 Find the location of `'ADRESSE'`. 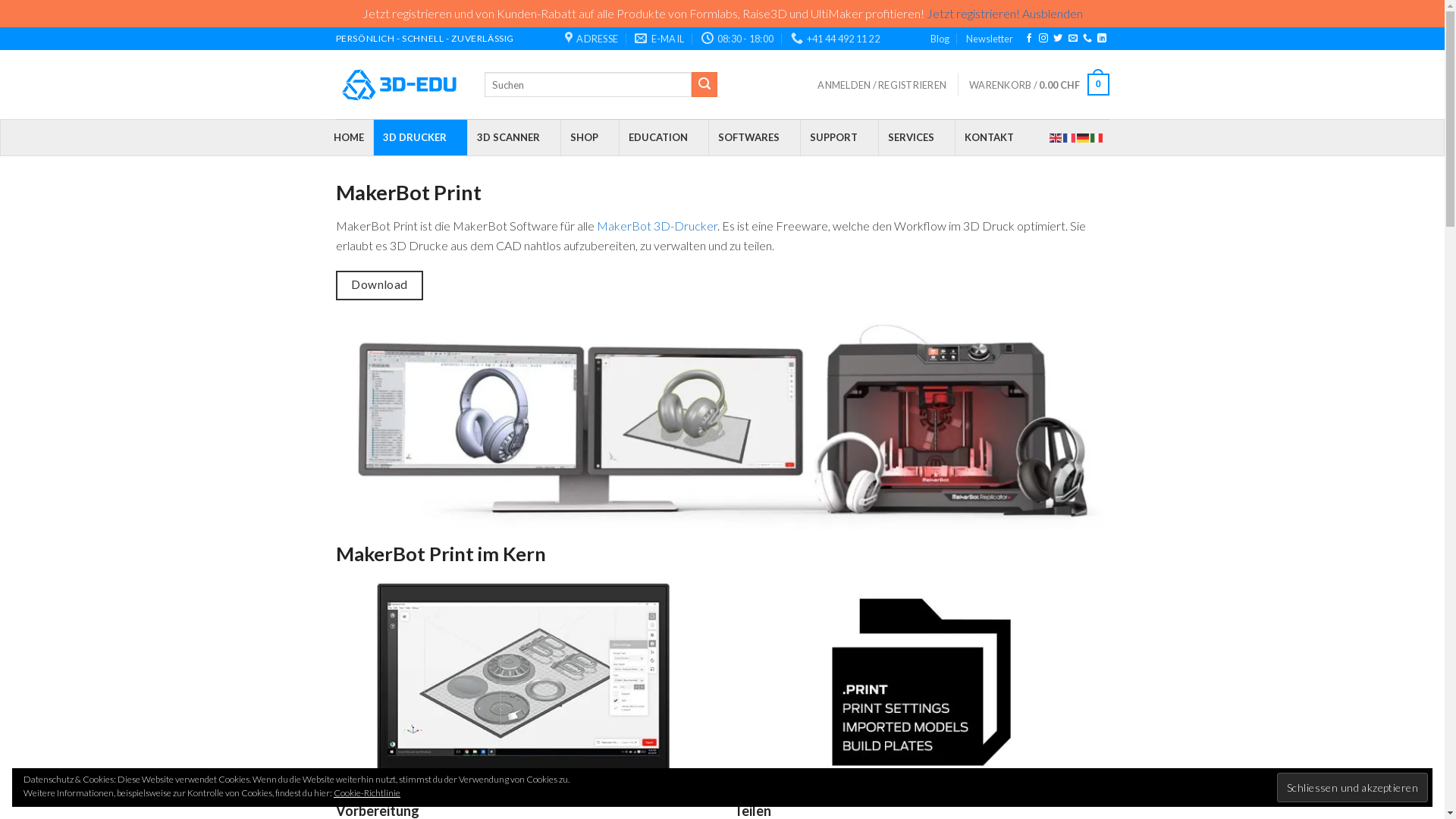

'ADRESSE' is located at coordinates (563, 37).